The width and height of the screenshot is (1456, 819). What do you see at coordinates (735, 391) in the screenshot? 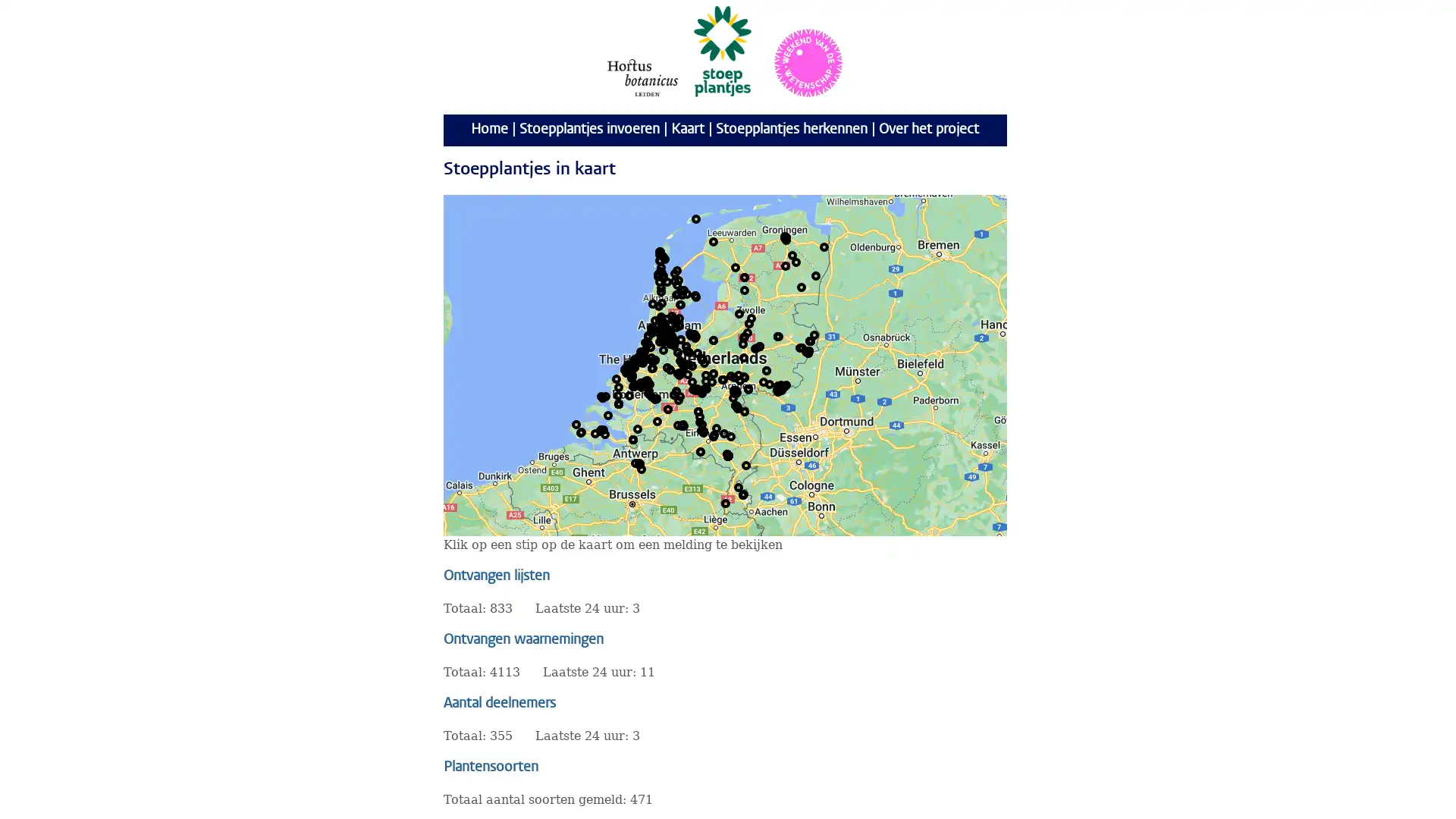
I see `Telling van Bas op 10 juni 2022` at bounding box center [735, 391].